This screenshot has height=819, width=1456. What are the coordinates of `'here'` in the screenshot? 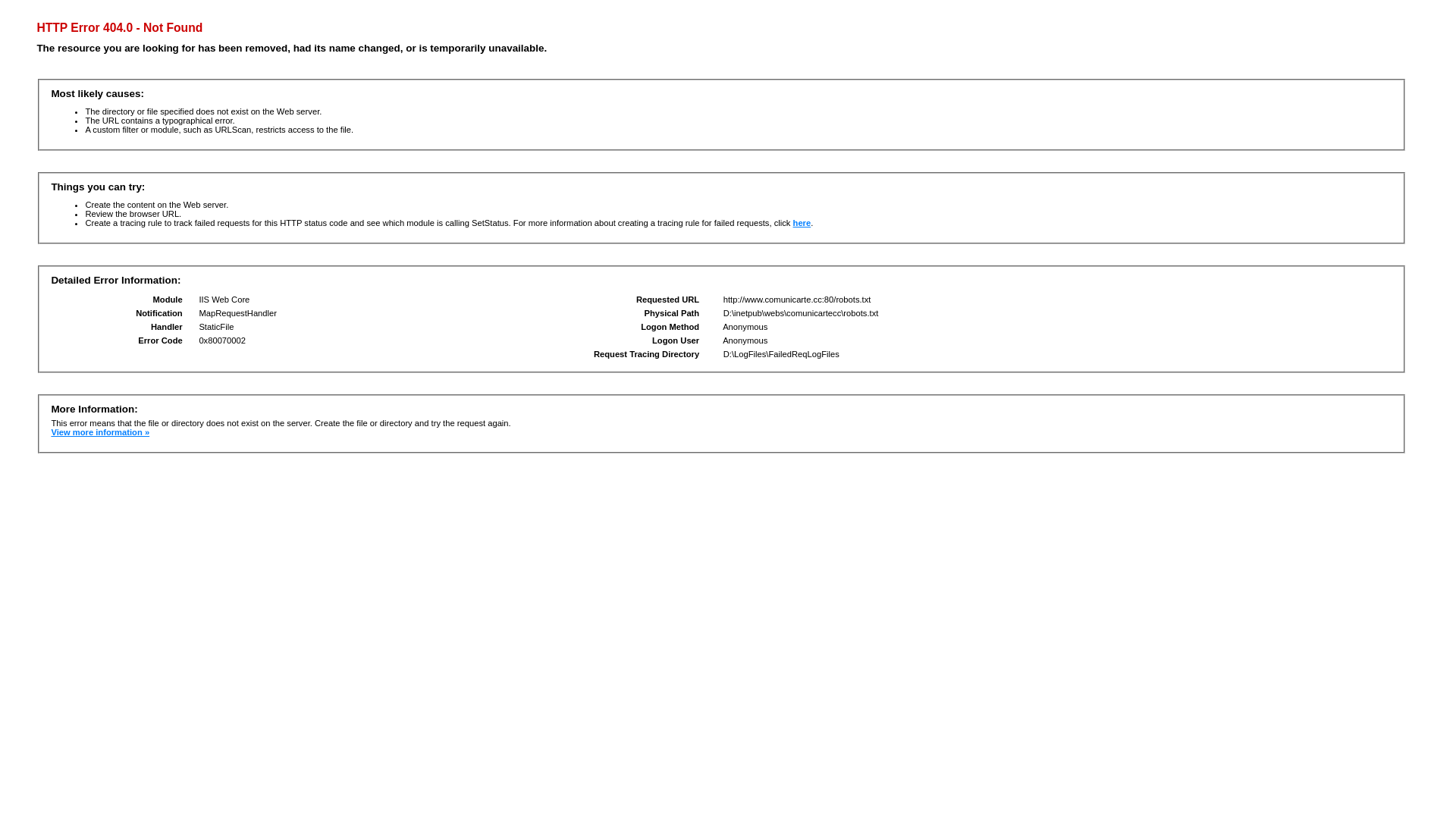 It's located at (792, 222).